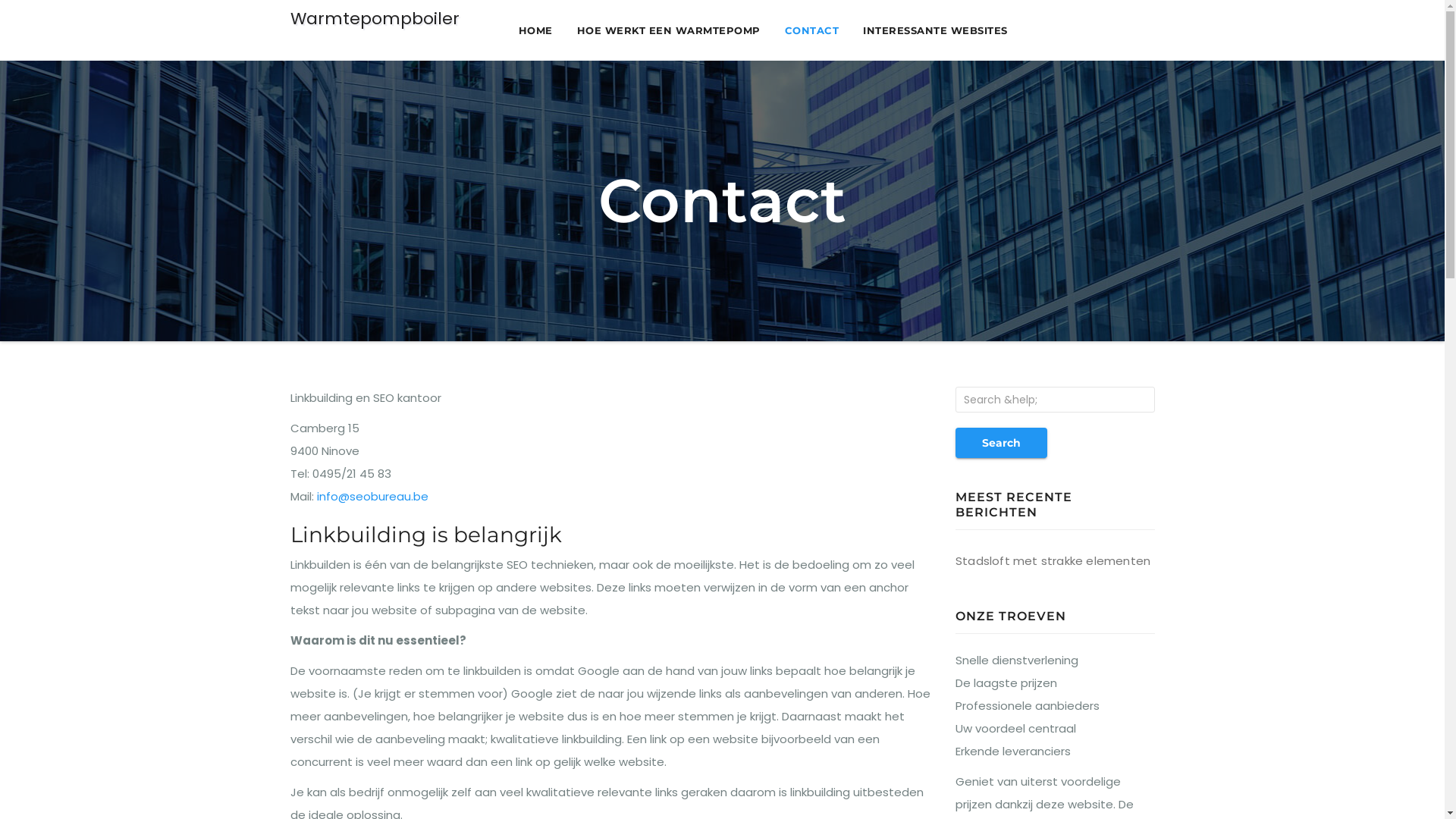 The width and height of the screenshot is (1456, 819). What do you see at coordinates (954, 560) in the screenshot?
I see `'Stadsloft met strakke elementen'` at bounding box center [954, 560].